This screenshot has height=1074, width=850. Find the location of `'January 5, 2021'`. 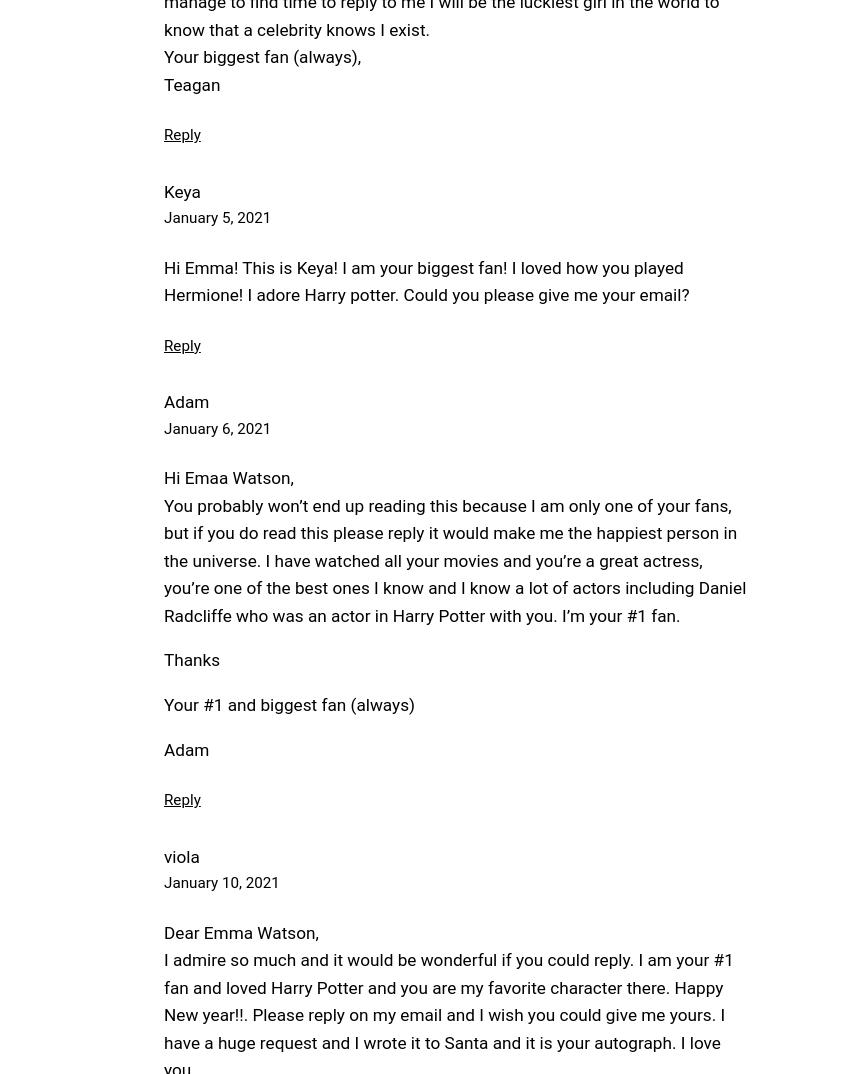

'January 5, 2021' is located at coordinates (163, 217).